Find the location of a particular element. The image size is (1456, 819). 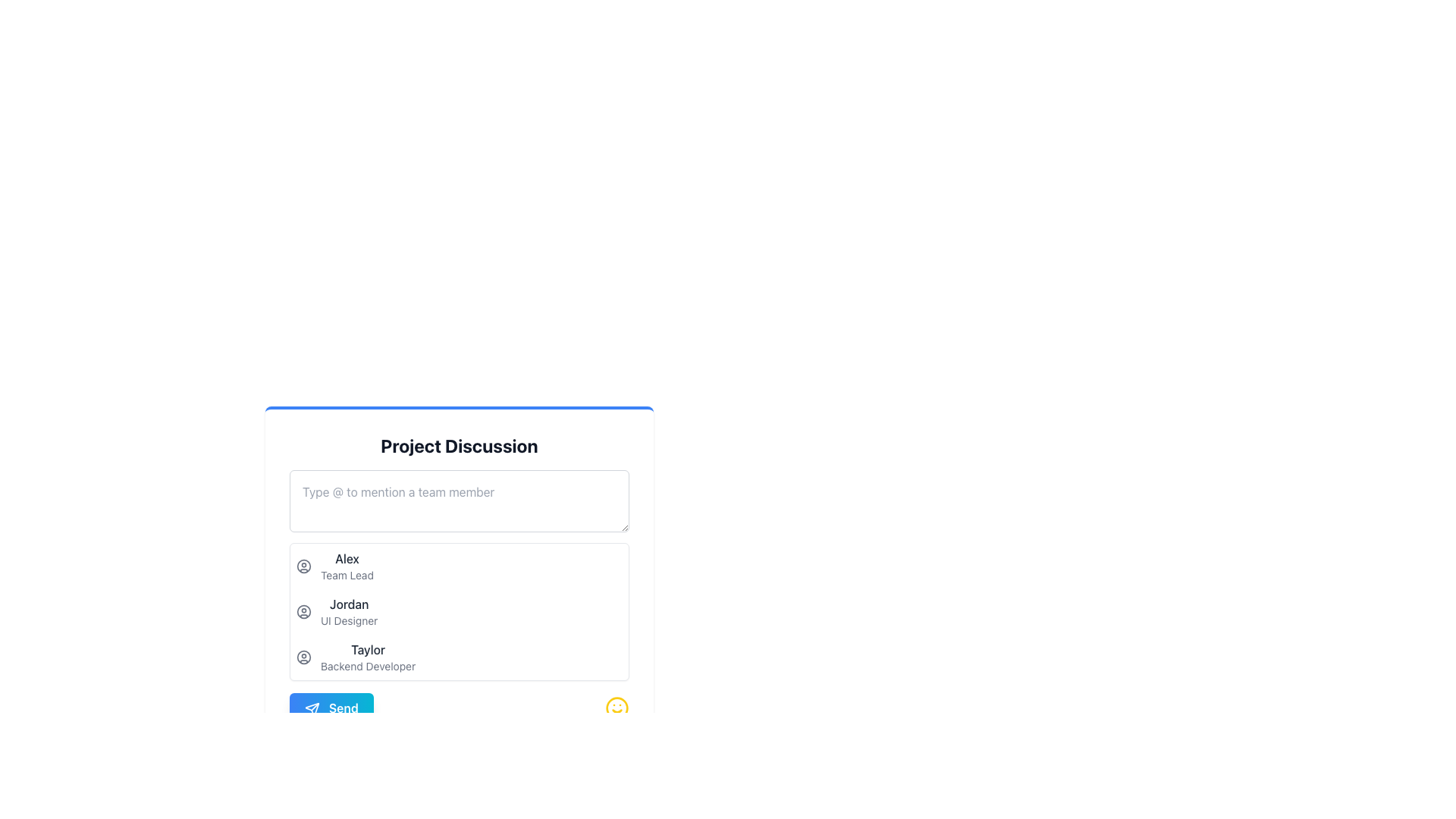

the text label indicating the name of a user, which is the third entry in the list under 'Project Discussion', positioned between 'Jordan' and 'Backend Developer' is located at coordinates (368, 648).